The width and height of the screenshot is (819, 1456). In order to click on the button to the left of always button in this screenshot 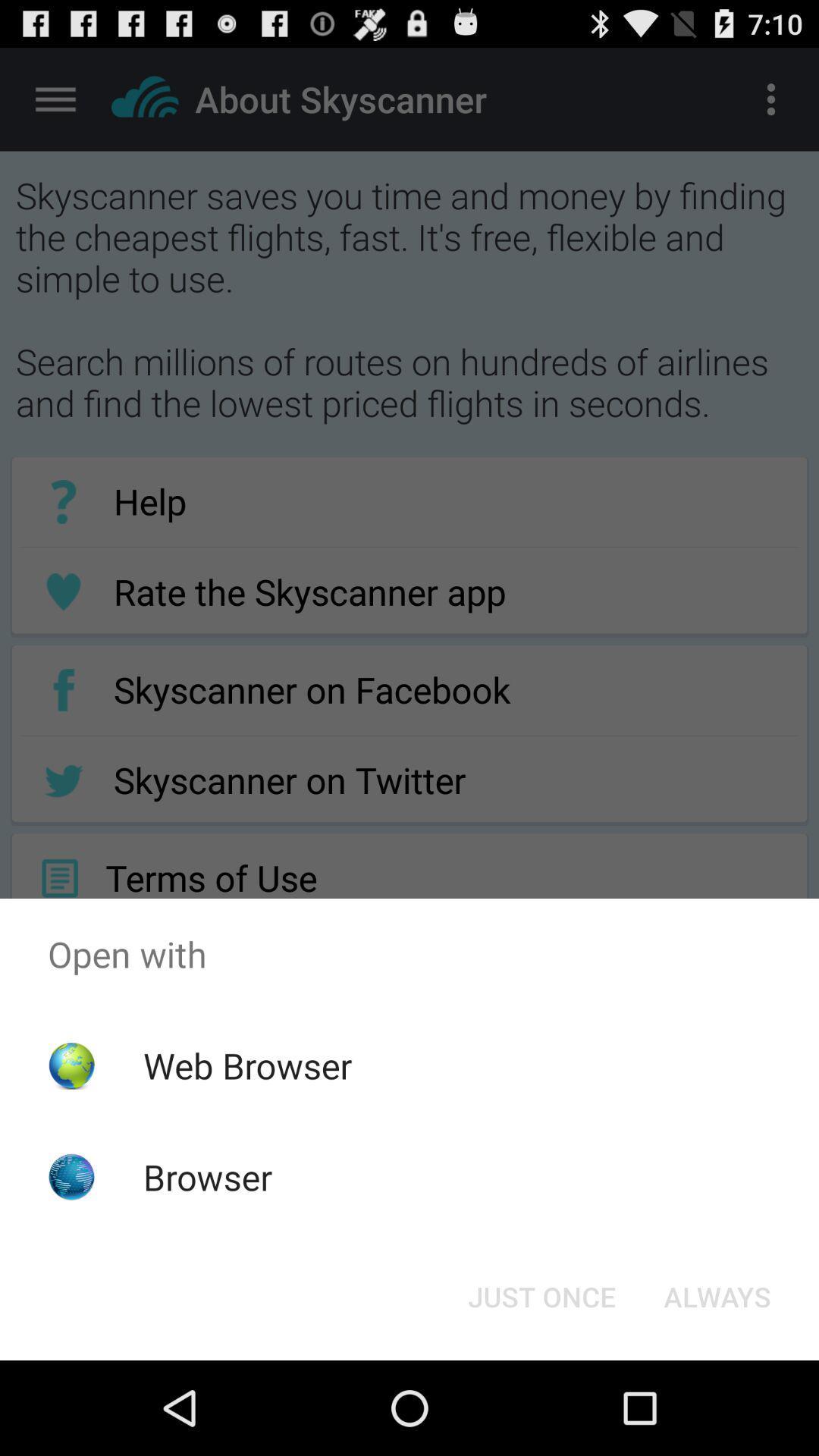, I will do `click(541, 1295)`.